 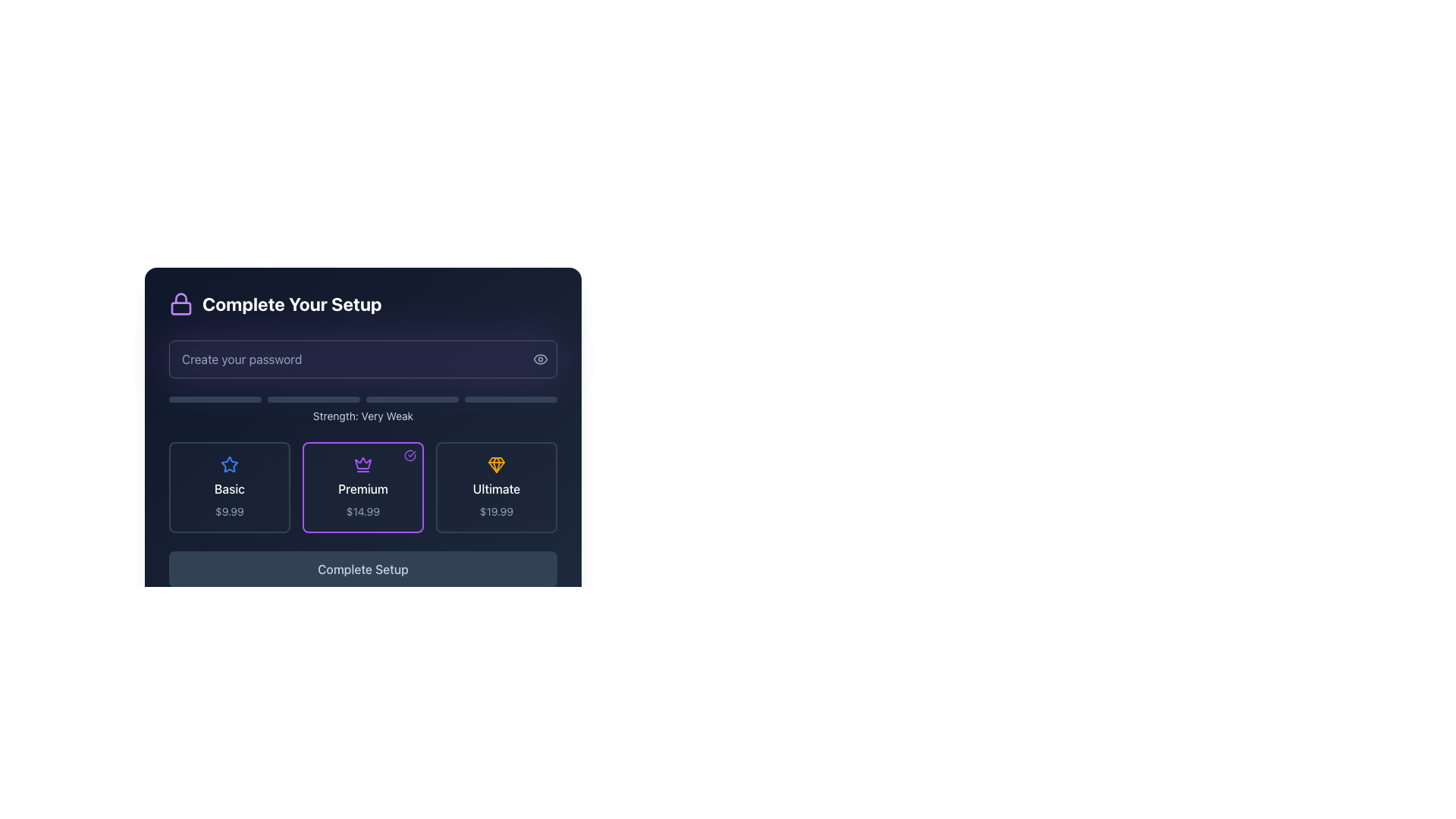 I want to click on the text label displaying the name of the subscription plan, which is located below the crown icon and above the price label ($14.99) in the 'Premium' subscription plan card, the middle option in a group of three subscription plans, so click(x=362, y=488).